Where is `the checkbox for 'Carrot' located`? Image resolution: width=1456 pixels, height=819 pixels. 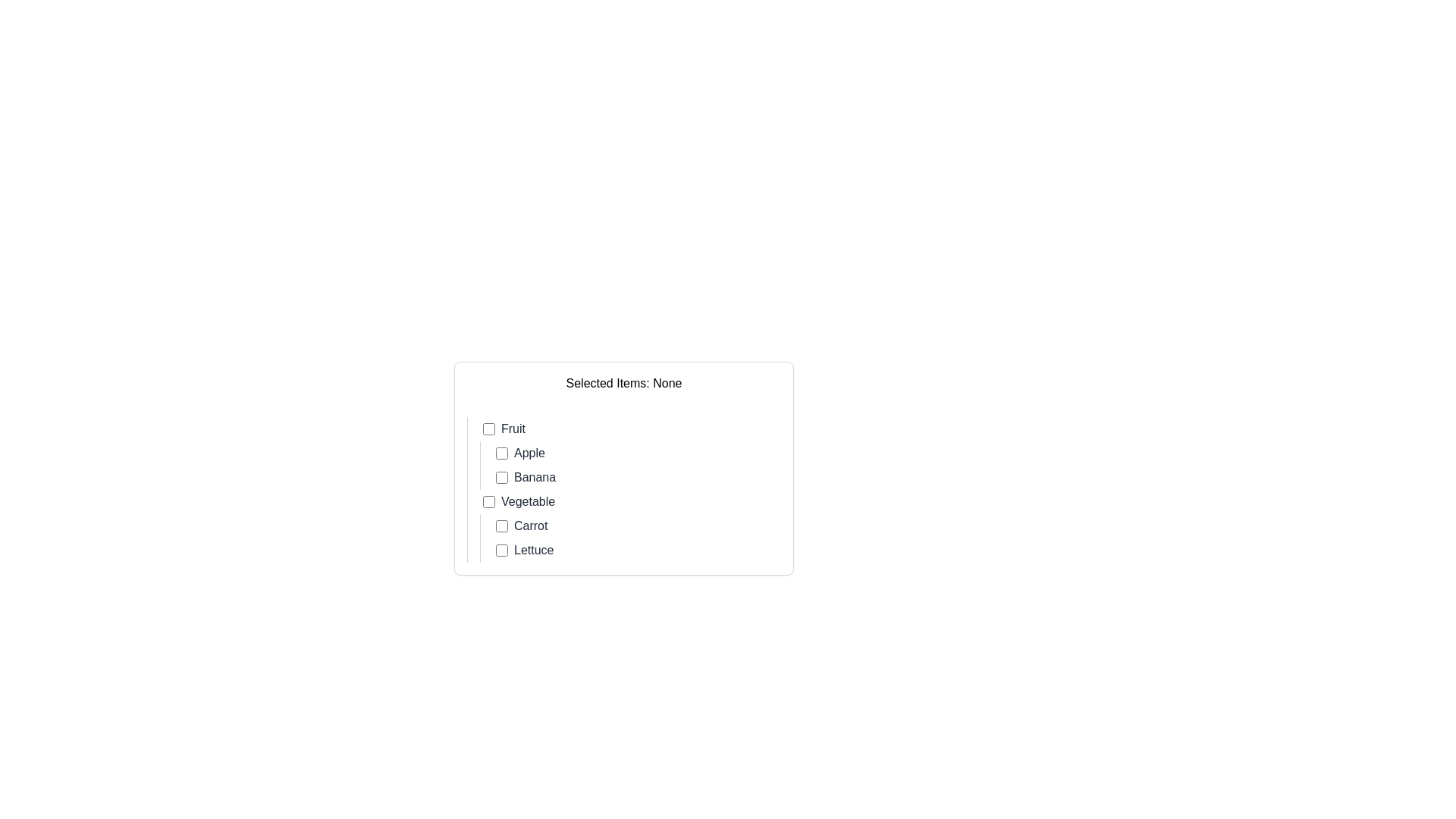
the checkbox for 'Carrot' located is located at coordinates (637, 526).